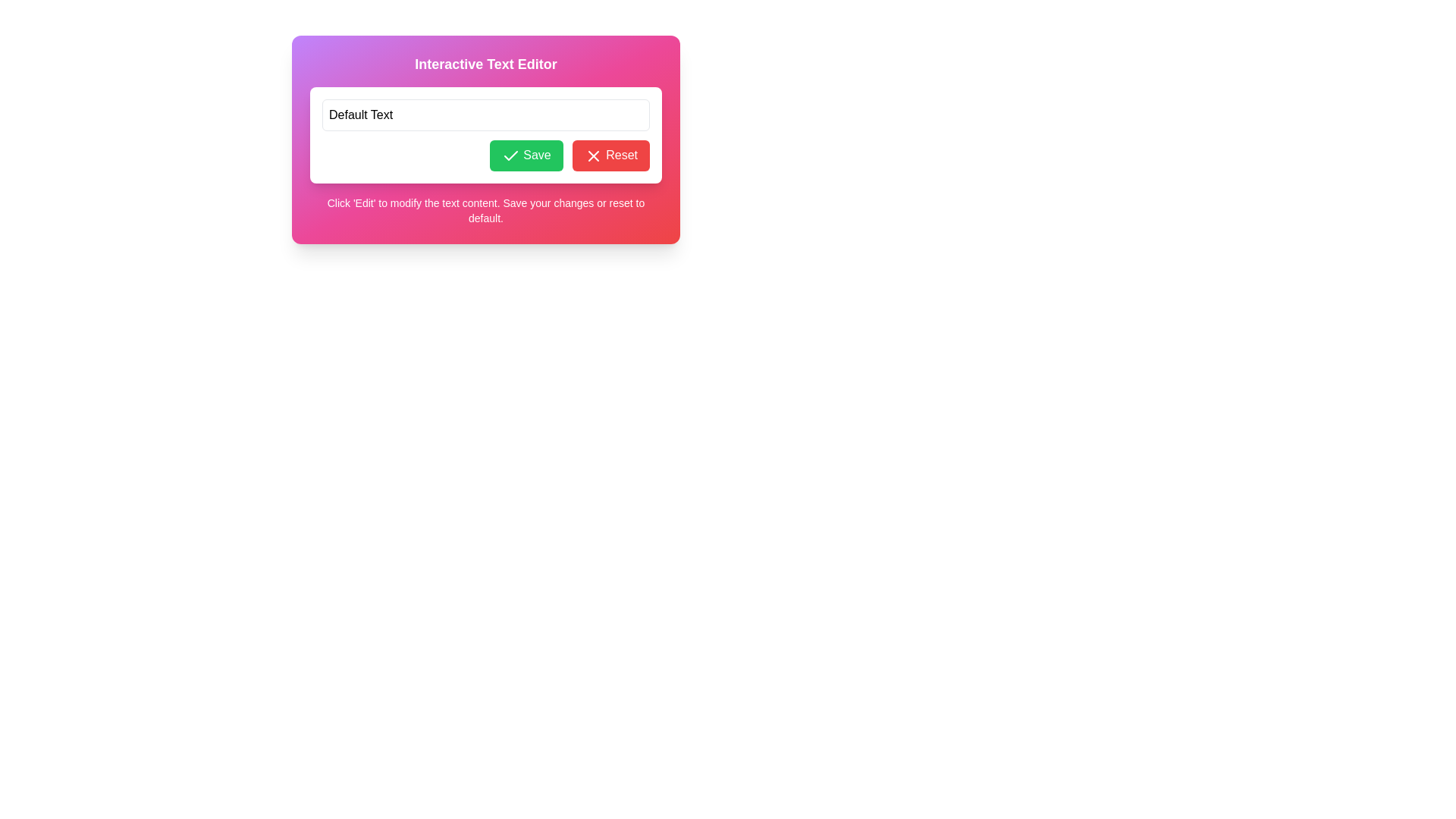 This screenshot has width=1456, height=819. Describe the element at coordinates (592, 155) in the screenshot. I see `the cross icon on the far-right side of the 'Reset' button` at that location.